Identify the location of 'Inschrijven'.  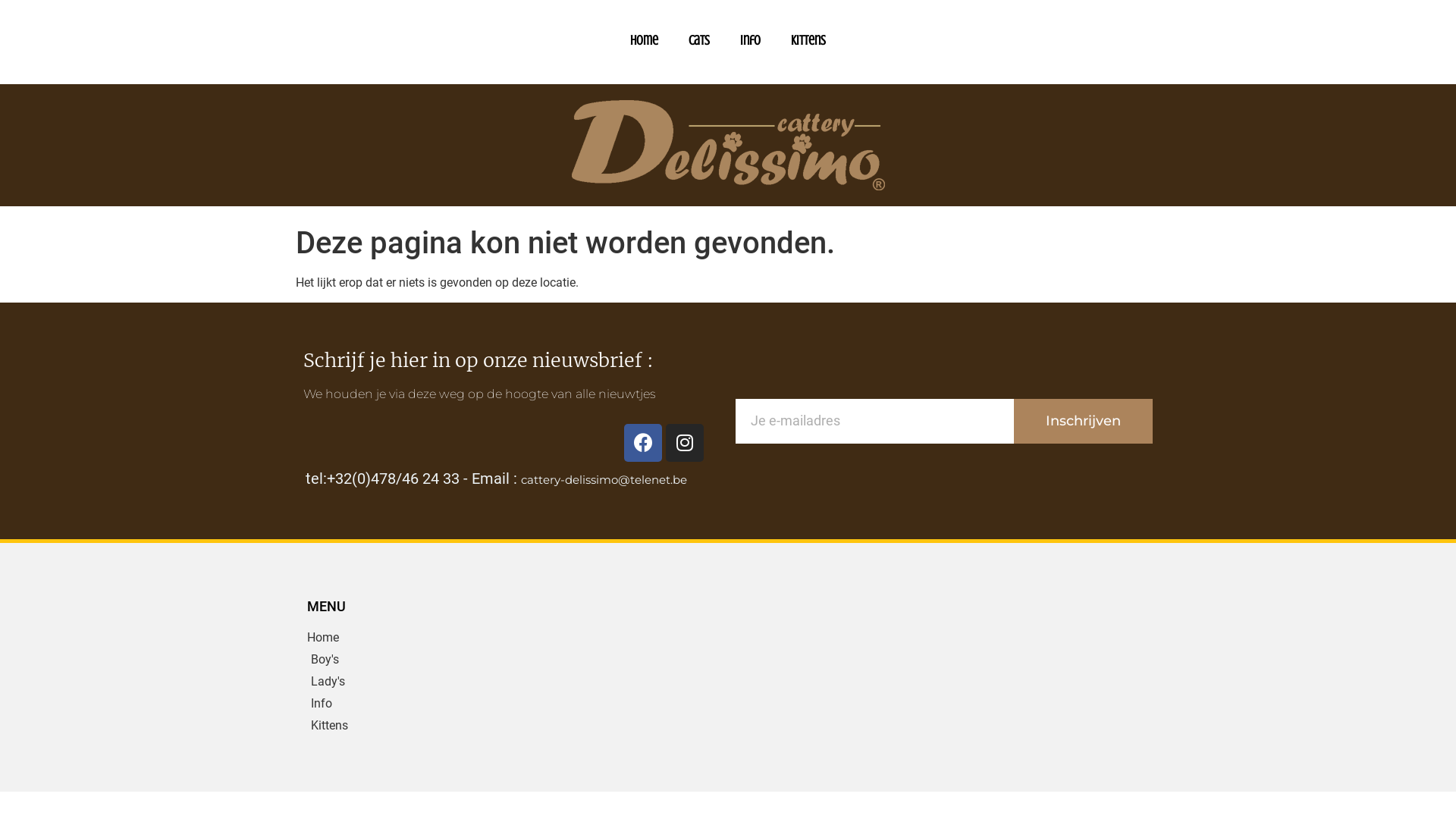
(1082, 421).